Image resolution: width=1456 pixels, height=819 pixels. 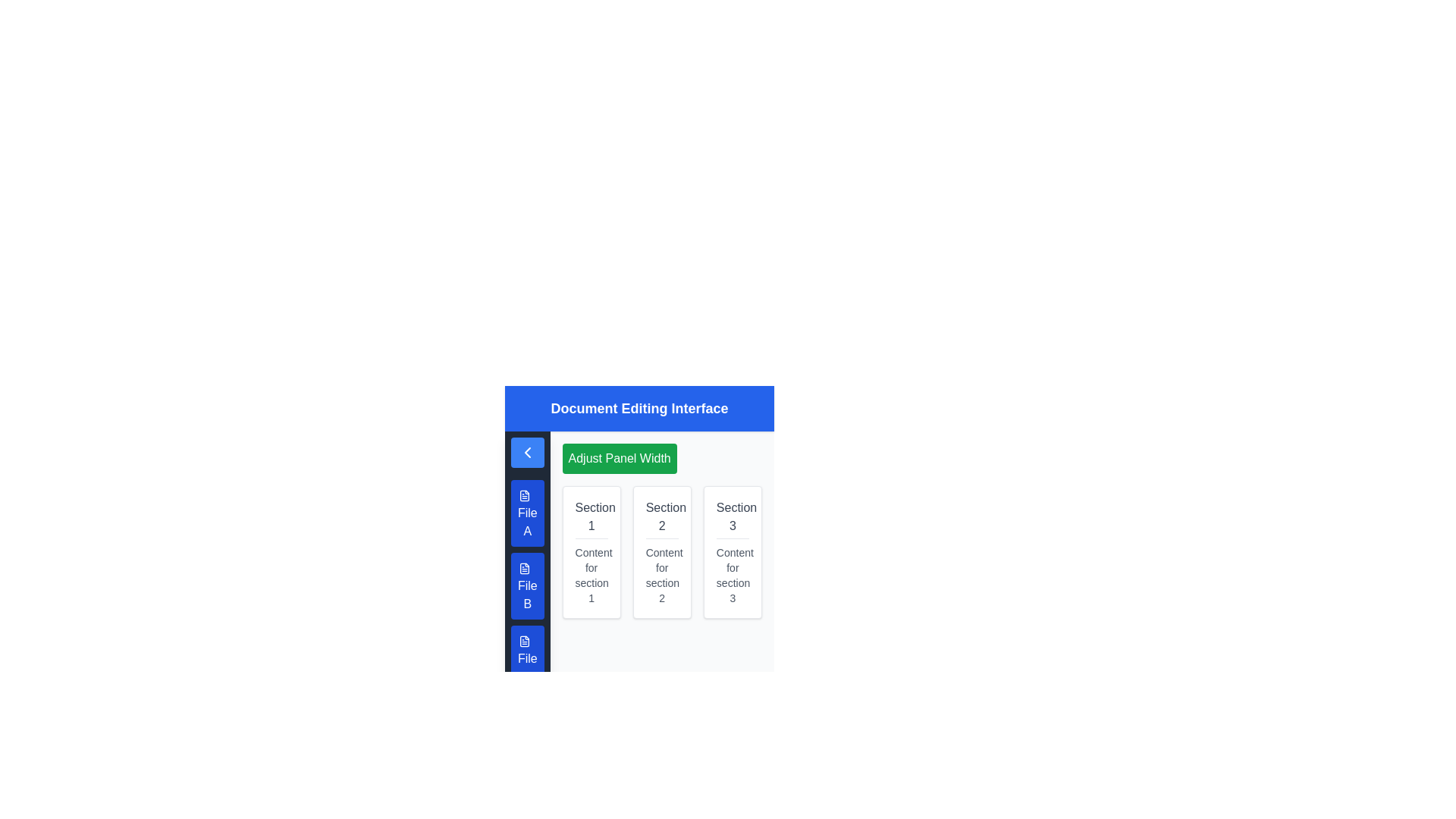 I want to click on possible styling changes on interaction for the content display widget titled 'Section 2', which is the center card in a grid layout beneath the 'Adjust Panel Width' header, so click(x=662, y=552).